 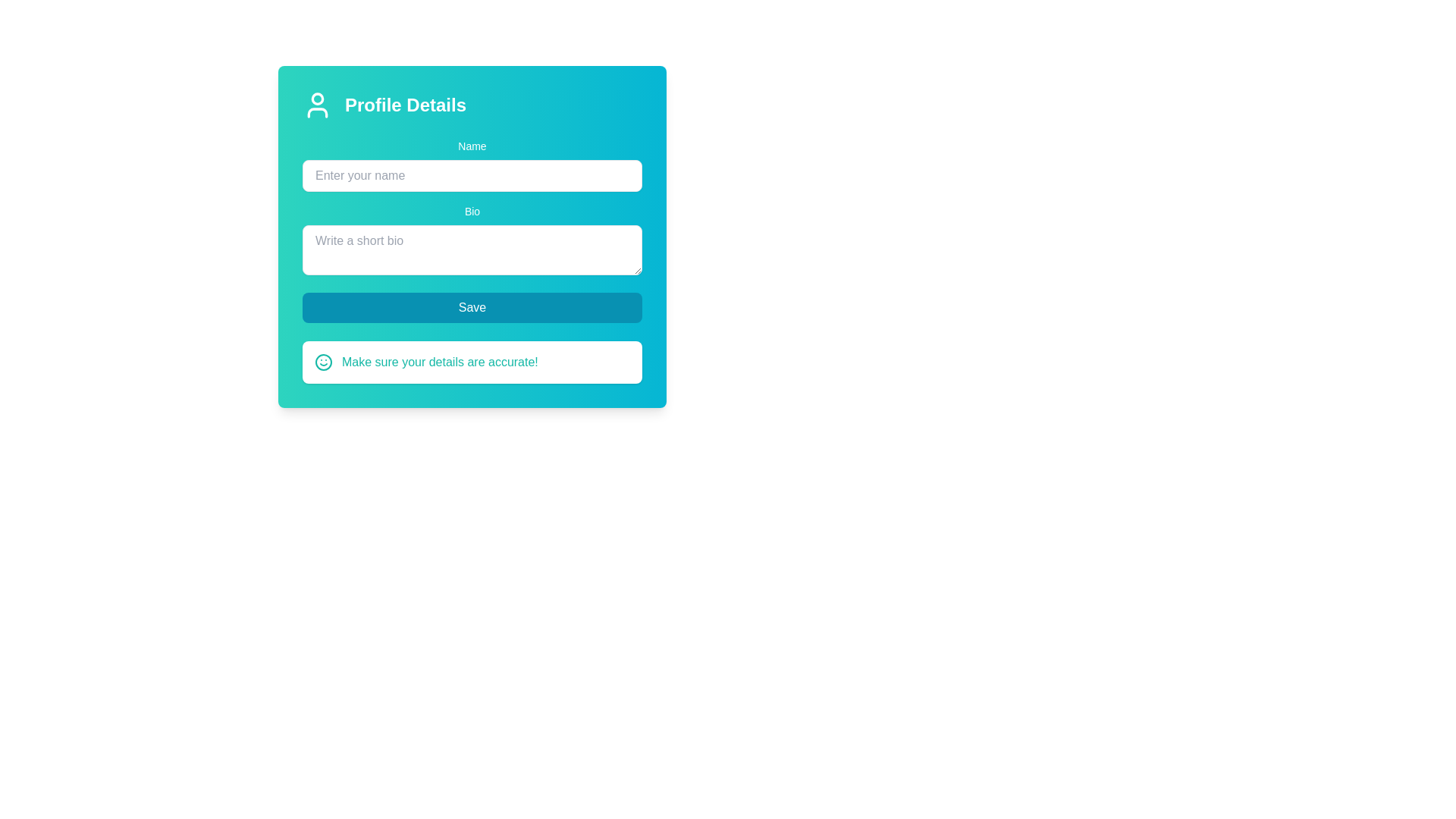 What do you see at coordinates (406, 104) in the screenshot?
I see `the Text Label that serves as a title for the user profile details section, located in the upper right of the interface next to a user silhouette icon` at bounding box center [406, 104].